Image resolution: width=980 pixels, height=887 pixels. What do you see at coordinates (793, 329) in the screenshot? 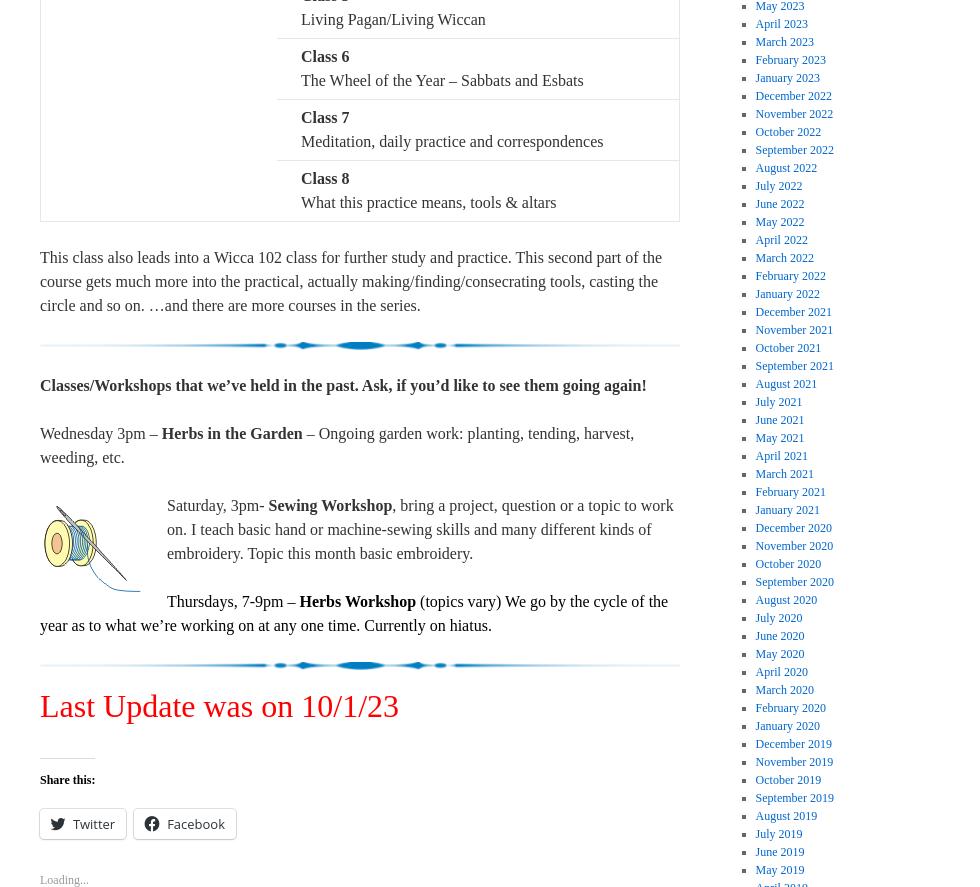
I see `'November 2021'` at bounding box center [793, 329].